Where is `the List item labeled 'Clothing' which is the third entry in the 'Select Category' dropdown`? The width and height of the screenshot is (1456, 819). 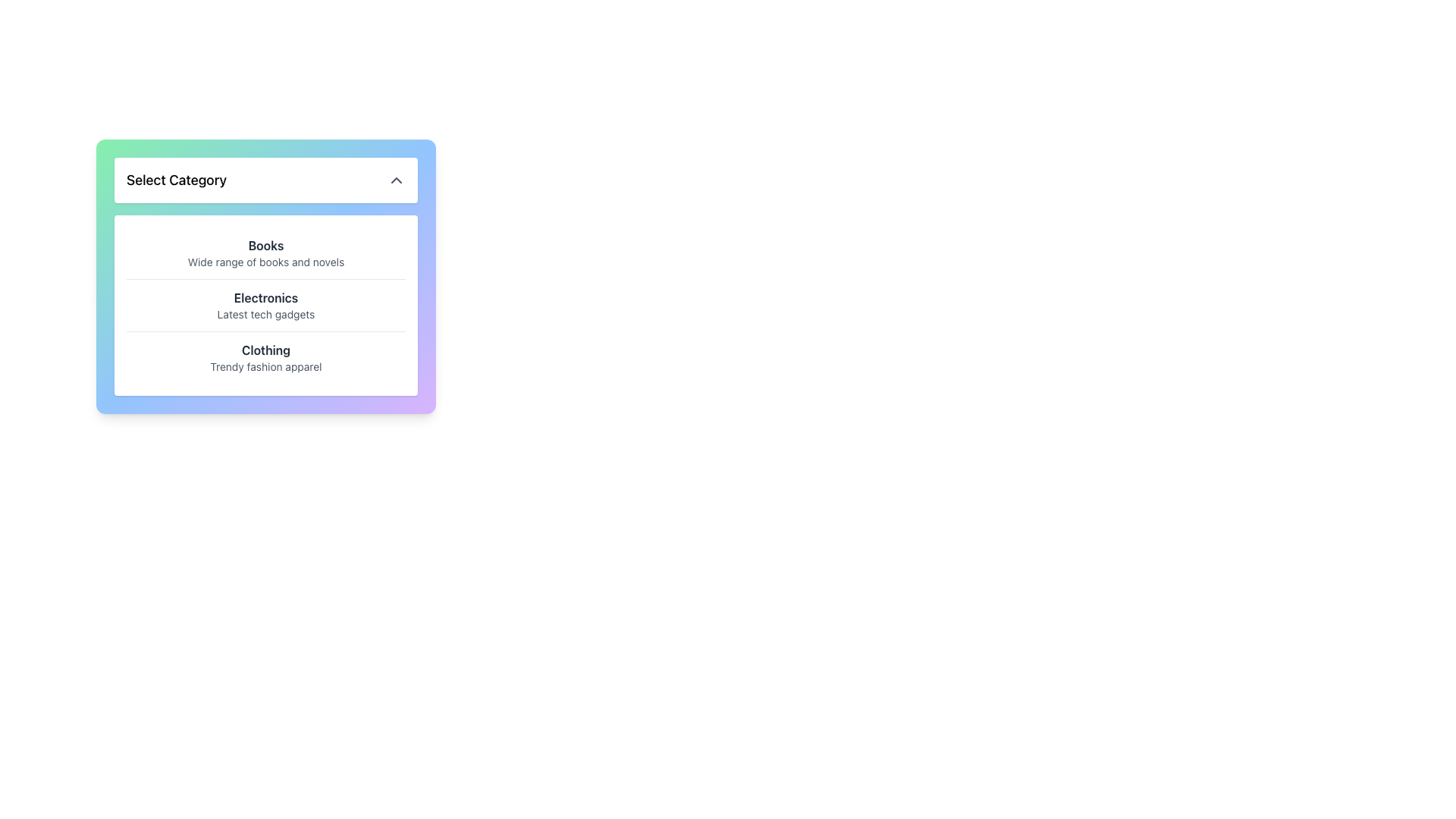
the List item labeled 'Clothing' which is the third entry in the 'Select Category' dropdown is located at coordinates (265, 357).